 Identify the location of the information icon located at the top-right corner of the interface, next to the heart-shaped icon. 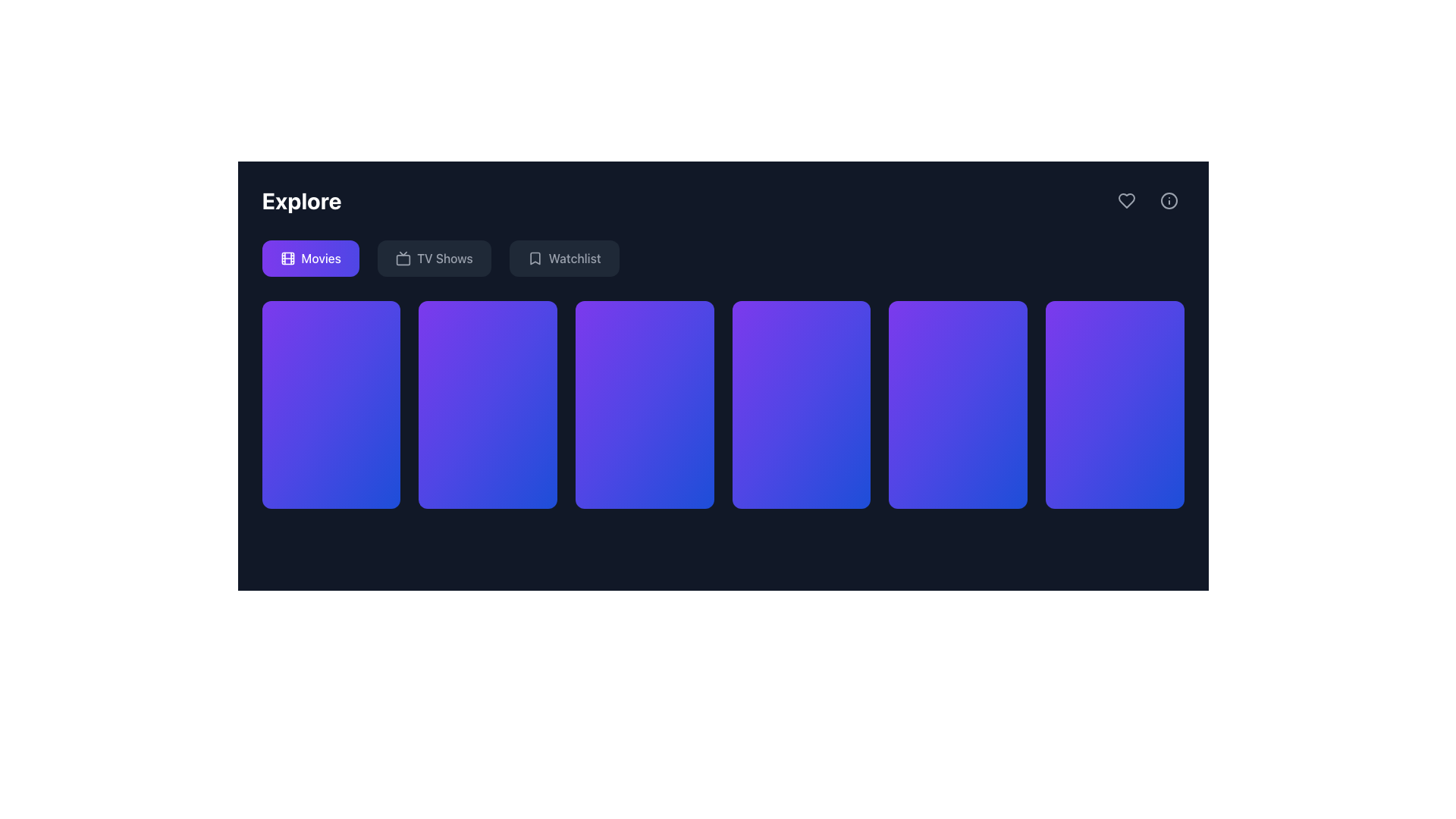
(1168, 200).